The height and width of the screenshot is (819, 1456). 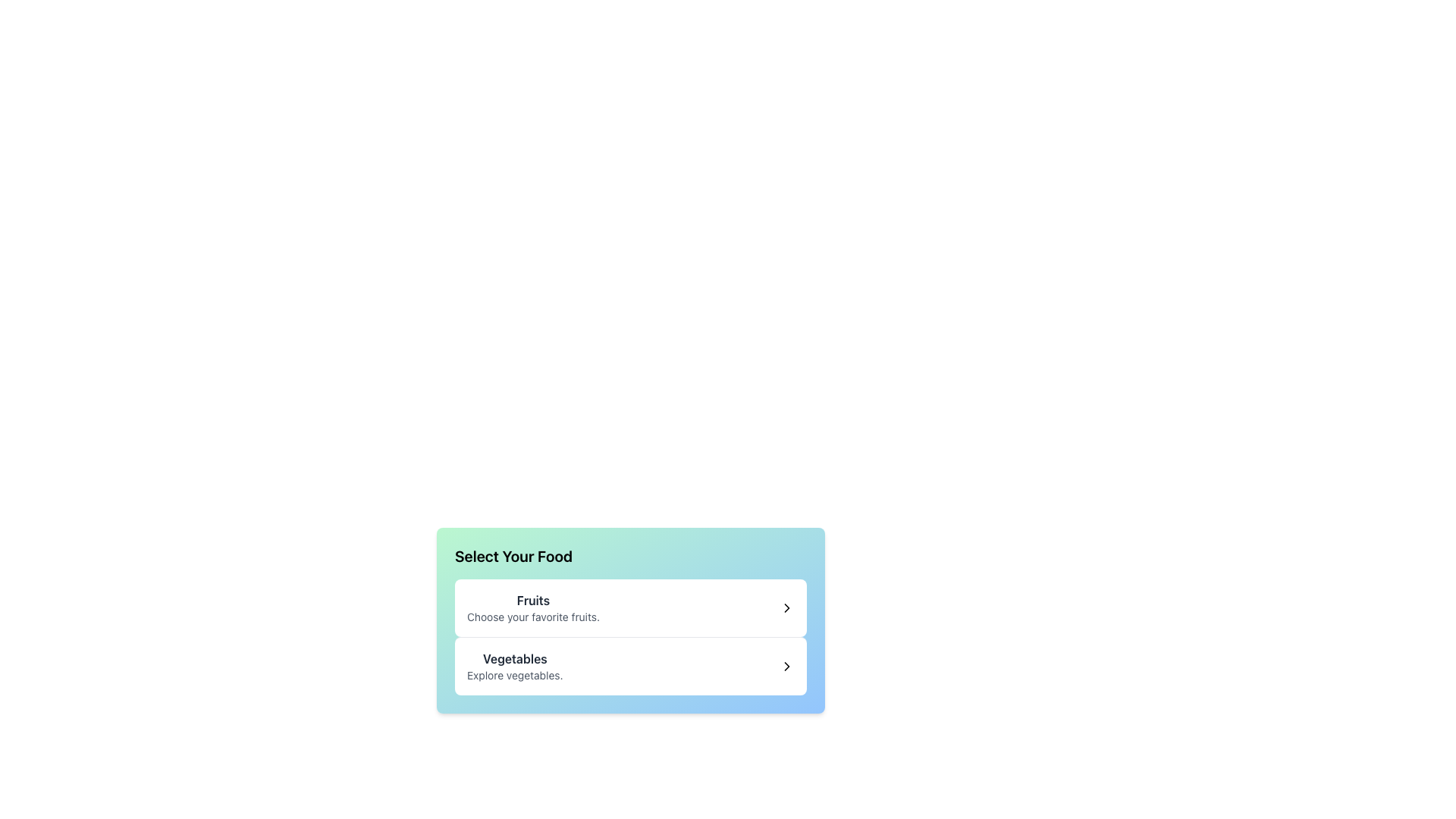 I want to click on the 'Fruits' text label which serves as the title for a selectable category, indicating the section for fruits, so click(x=533, y=599).